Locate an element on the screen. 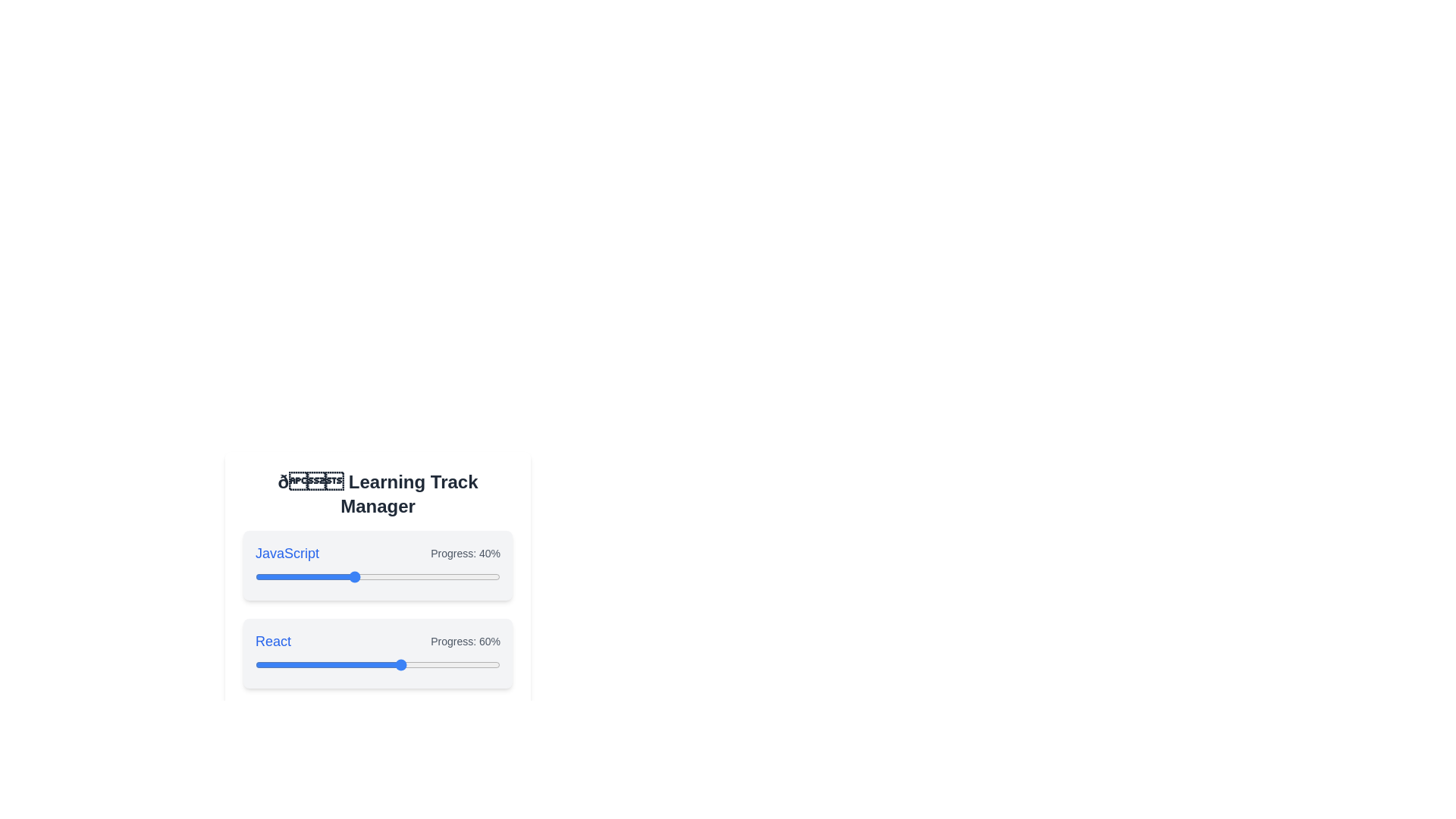 The height and width of the screenshot is (819, 1456). the progress value is located at coordinates (350, 664).